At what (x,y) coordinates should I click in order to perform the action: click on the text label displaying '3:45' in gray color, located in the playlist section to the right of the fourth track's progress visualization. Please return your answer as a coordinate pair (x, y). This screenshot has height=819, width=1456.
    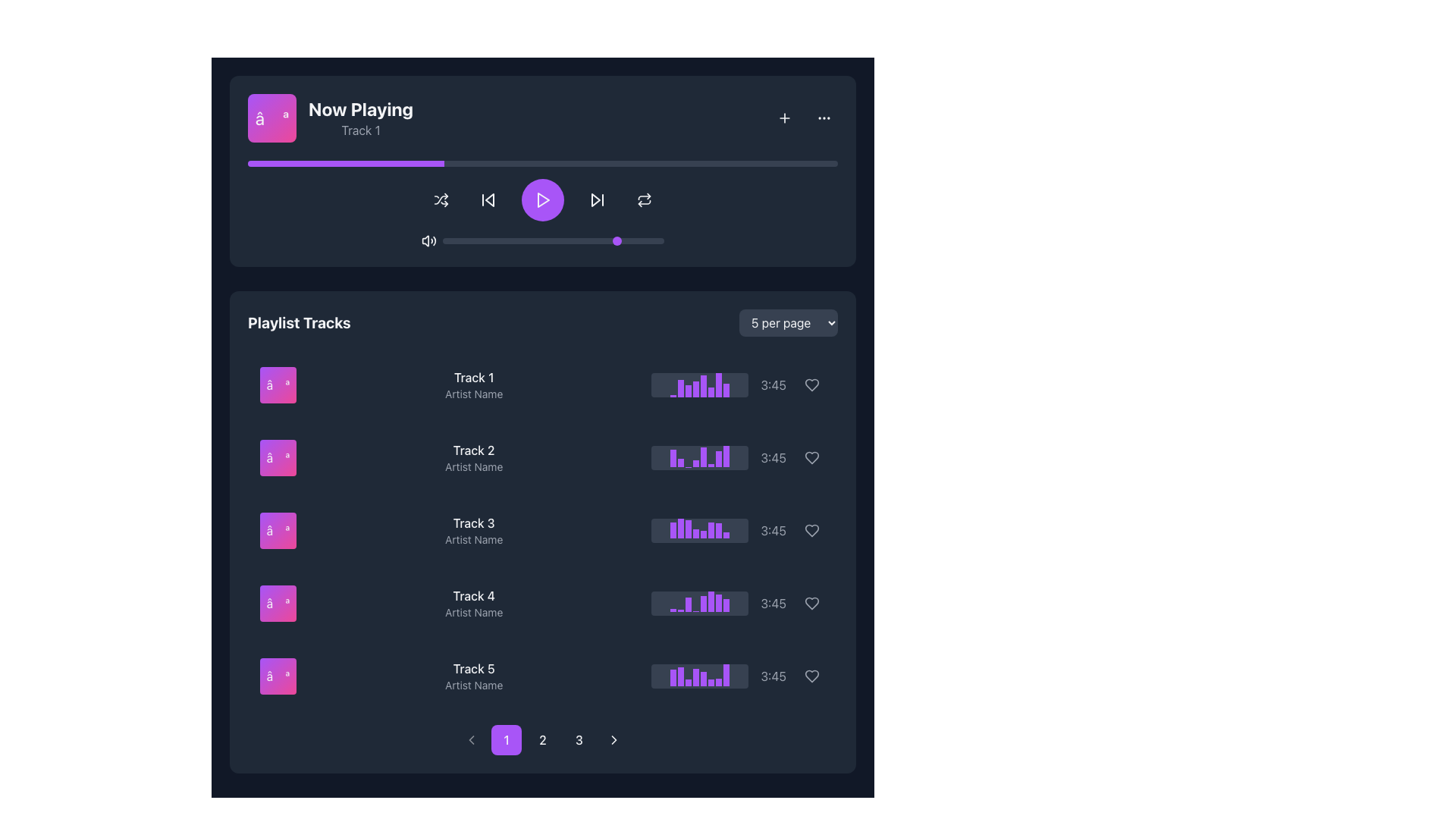
    Looking at the image, I should click on (773, 602).